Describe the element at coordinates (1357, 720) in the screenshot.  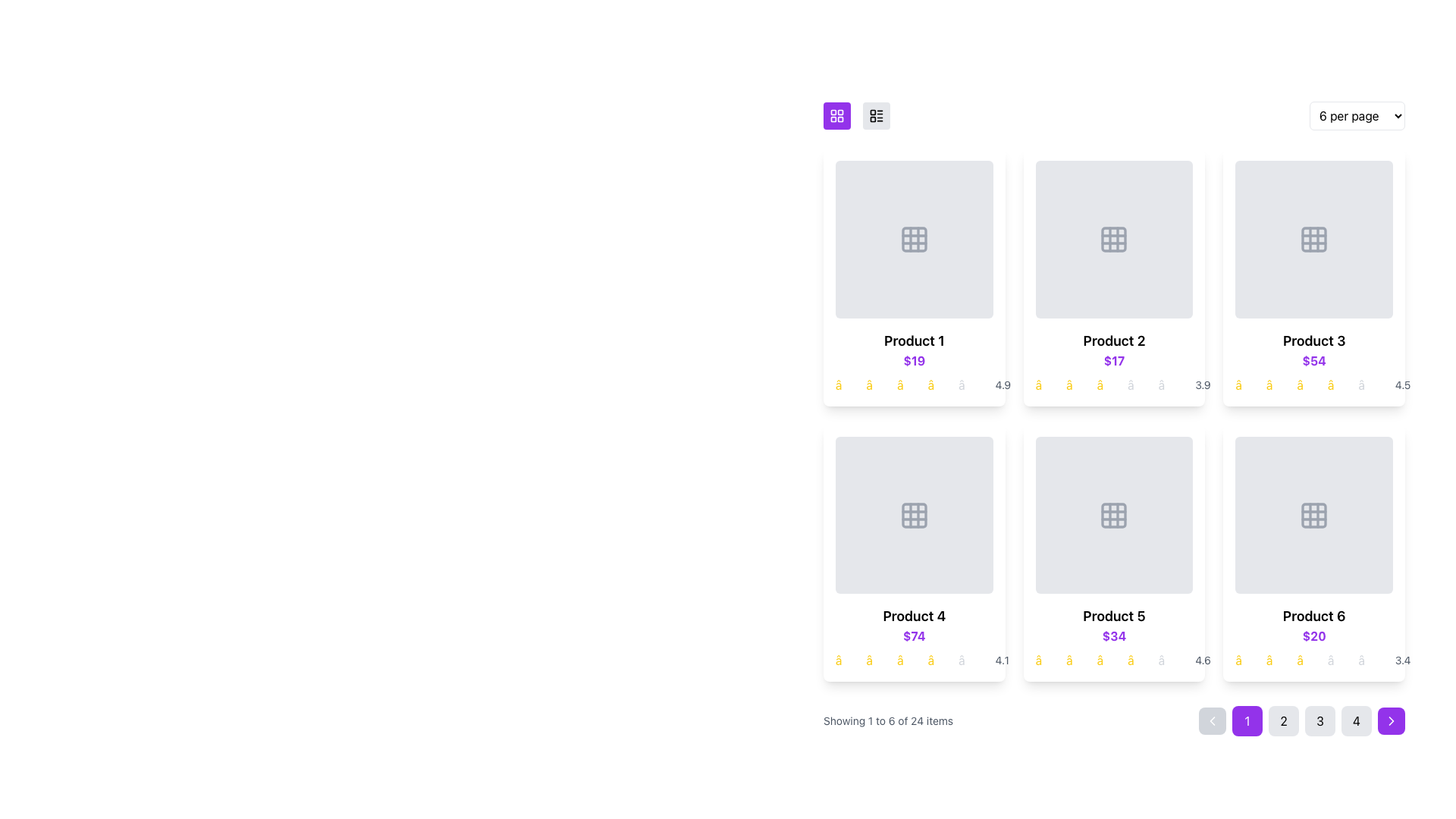
I see `the square button labeled '4' in the pagination controls, which is located at the bottom-right corner of the product grid display` at that location.